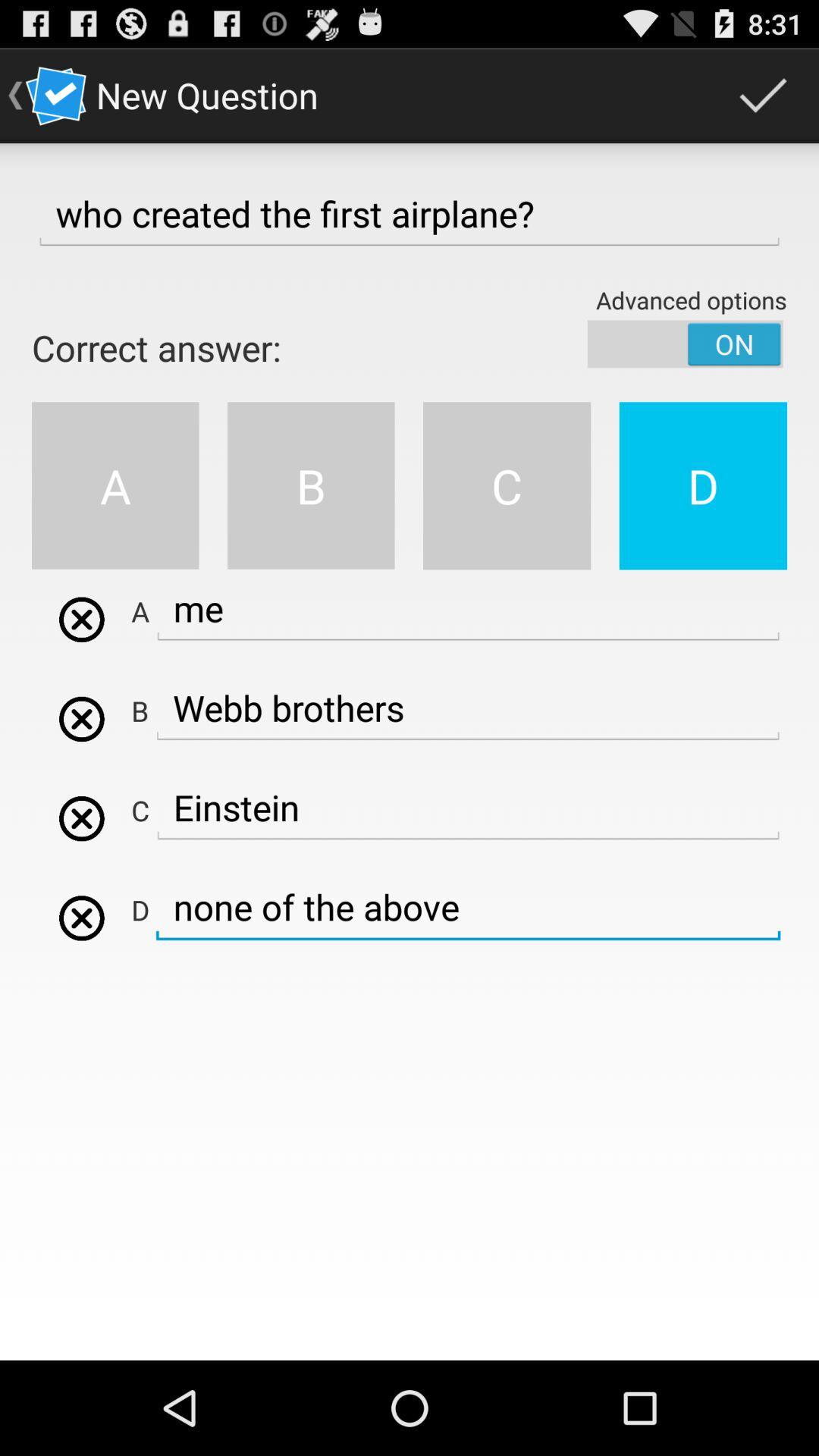 This screenshot has height=1456, width=819. I want to click on advanced option, so click(685, 343).